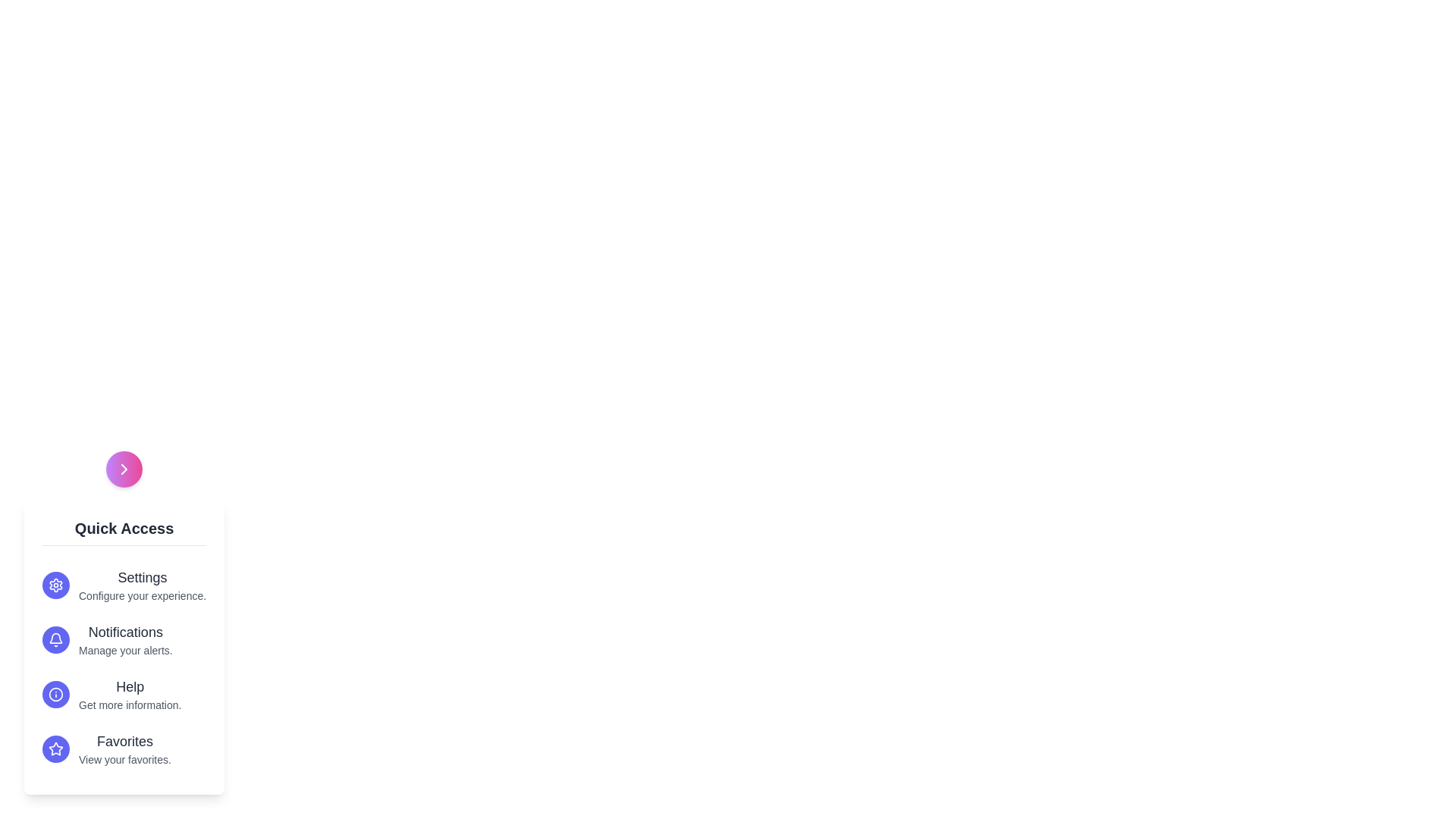 The image size is (1456, 819). Describe the element at coordinates (124, 640) in the screenshot. I see `the 'Notifications' option in the menu` at that location.